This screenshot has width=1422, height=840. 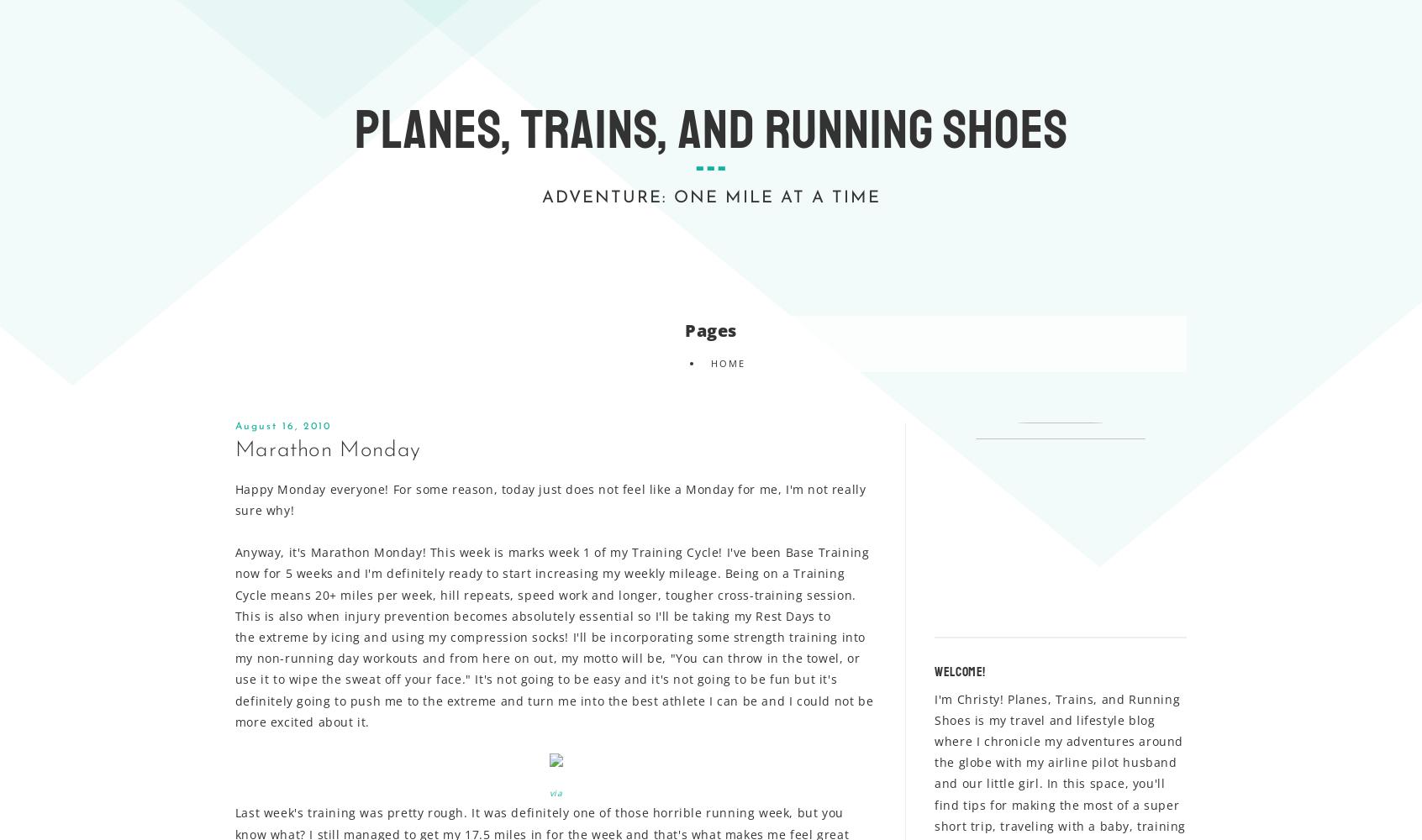 I want to click on 'Anyway, it's Marathon Monday! This week is marks week 1 of my Training Cycle! I've been Base Training now for 5 weeks and I'm definitely ready to start increasing my weekly mileage. Being on a Training Cycle means 20+ miles per week, hill repeats, speed work and longer, tougher cross-training session. This is also when injury prevention becomes absolutely essential so I'll be taking my Rest Days to the extreme by icing and using my compression socks! I'll be incorporating some strength training into my non-running day workouts and from here on out, my motto will be, "You can throw in the towel, or use it to wipe the sweat off your face." It's not going to be easy and it's not going to be fun but it's definitely going to push me to the extreme and turn me into the best athlete I can be and I could not be more excited about it.', so click(x=554, y=637).